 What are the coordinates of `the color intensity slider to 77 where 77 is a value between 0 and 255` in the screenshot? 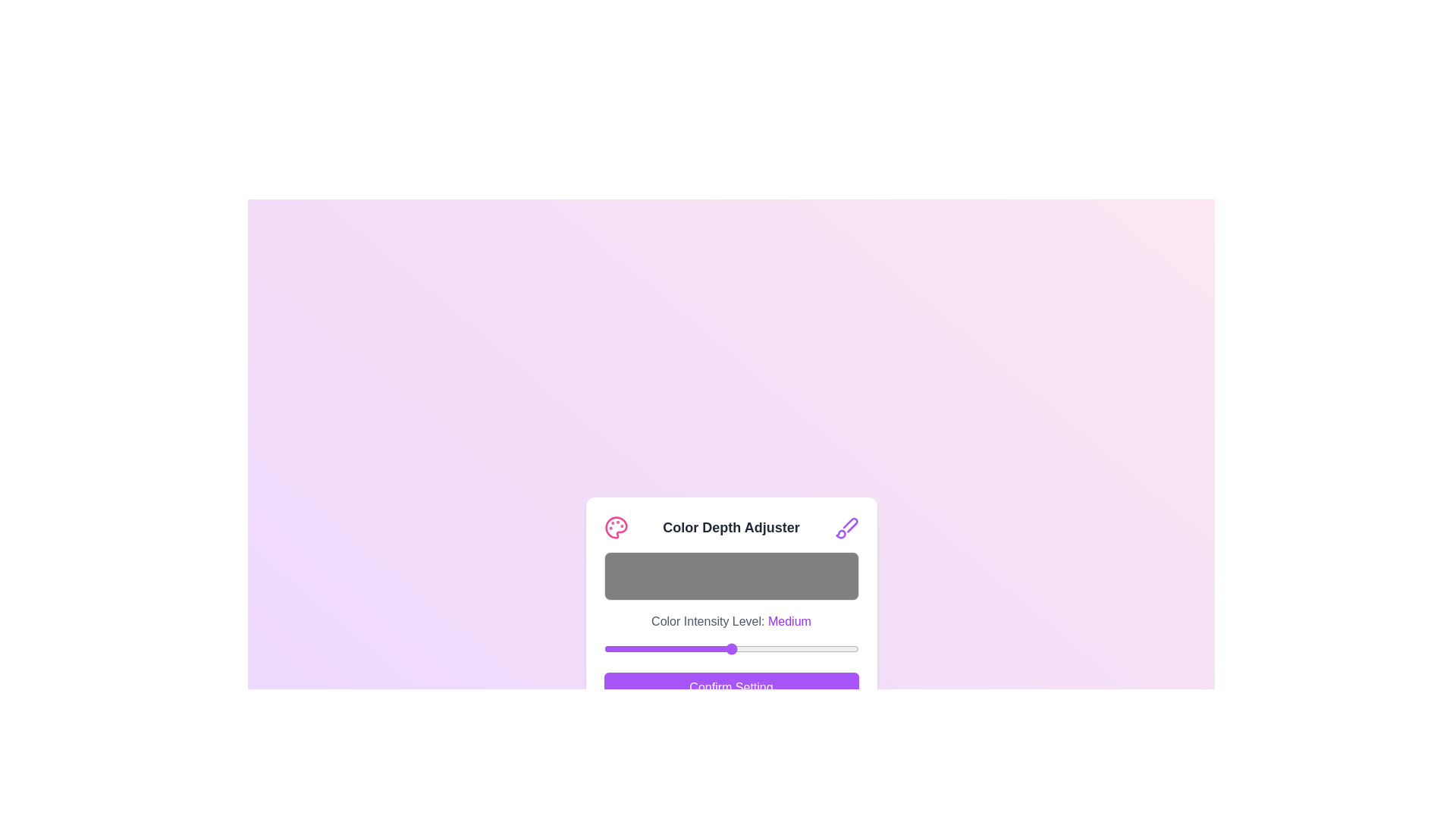 It's located at (679, 648).